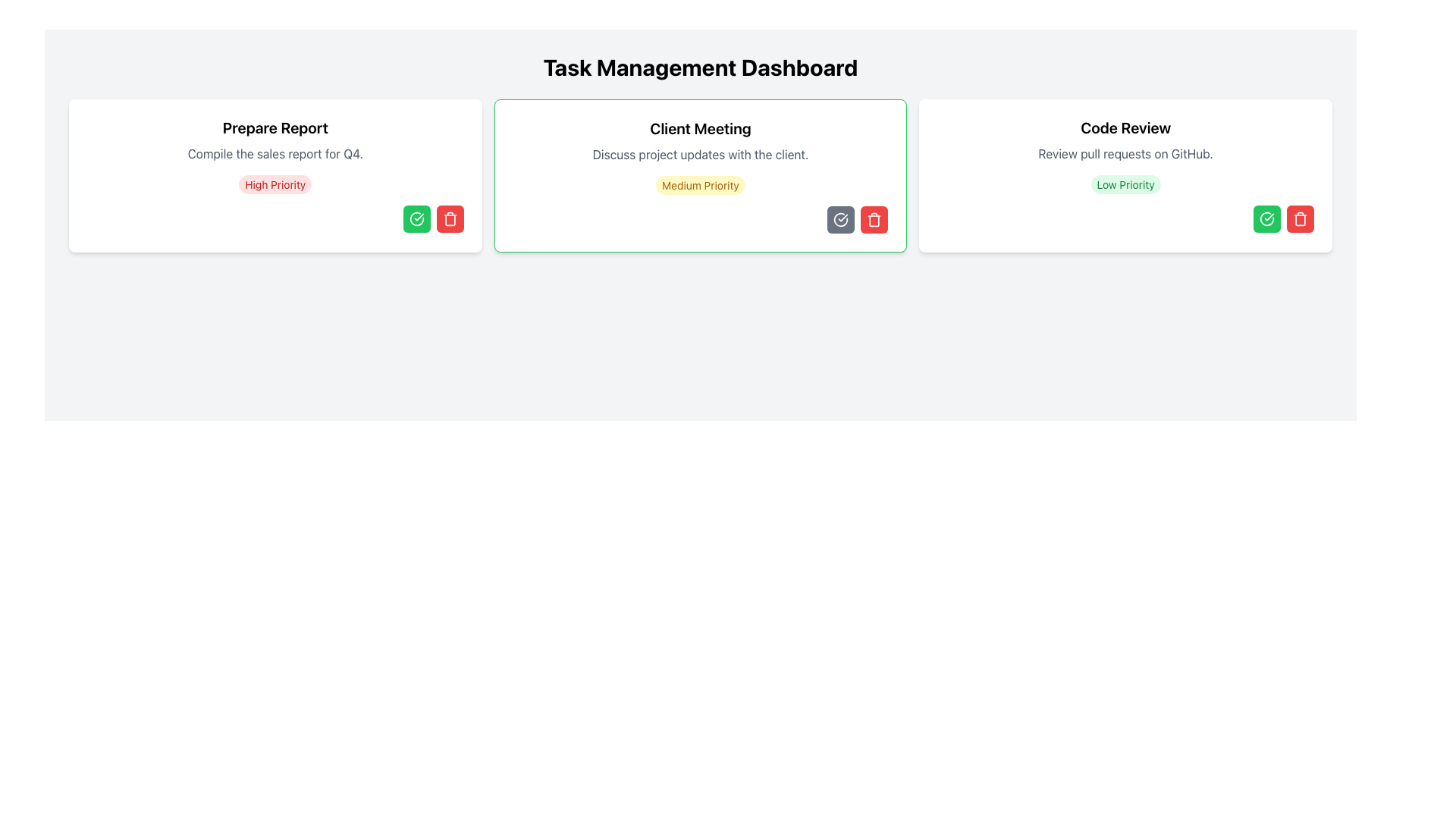  Describe the element at coordinates (1125, 127) in the screenshot. I see `the text label that serves as the header for the card related to reviewing code, located at the top section of the card on the far right side of three horizontally aligned panels` at that location.